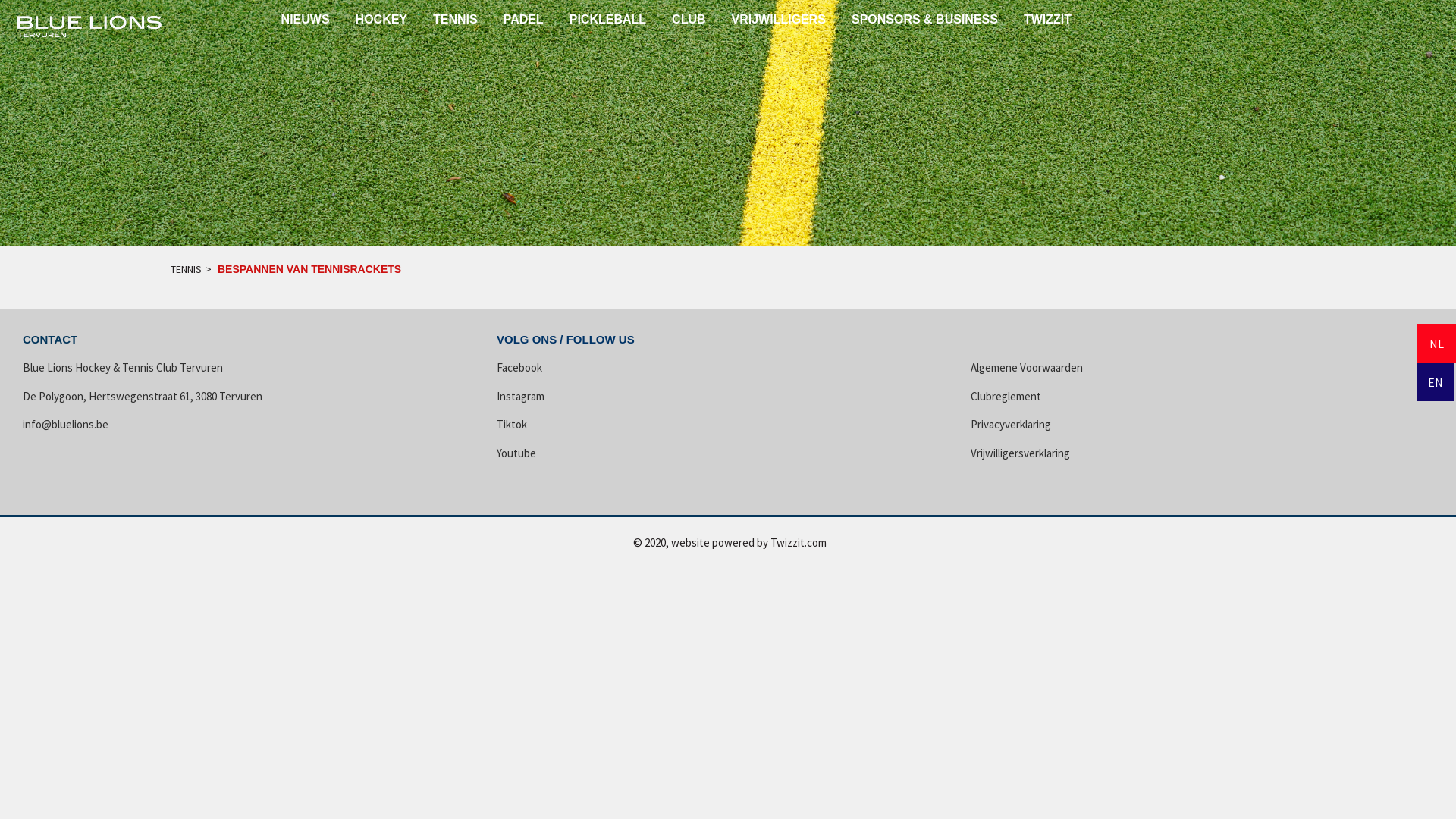  I want to click on 'HOCKEY', so click(381, 20).